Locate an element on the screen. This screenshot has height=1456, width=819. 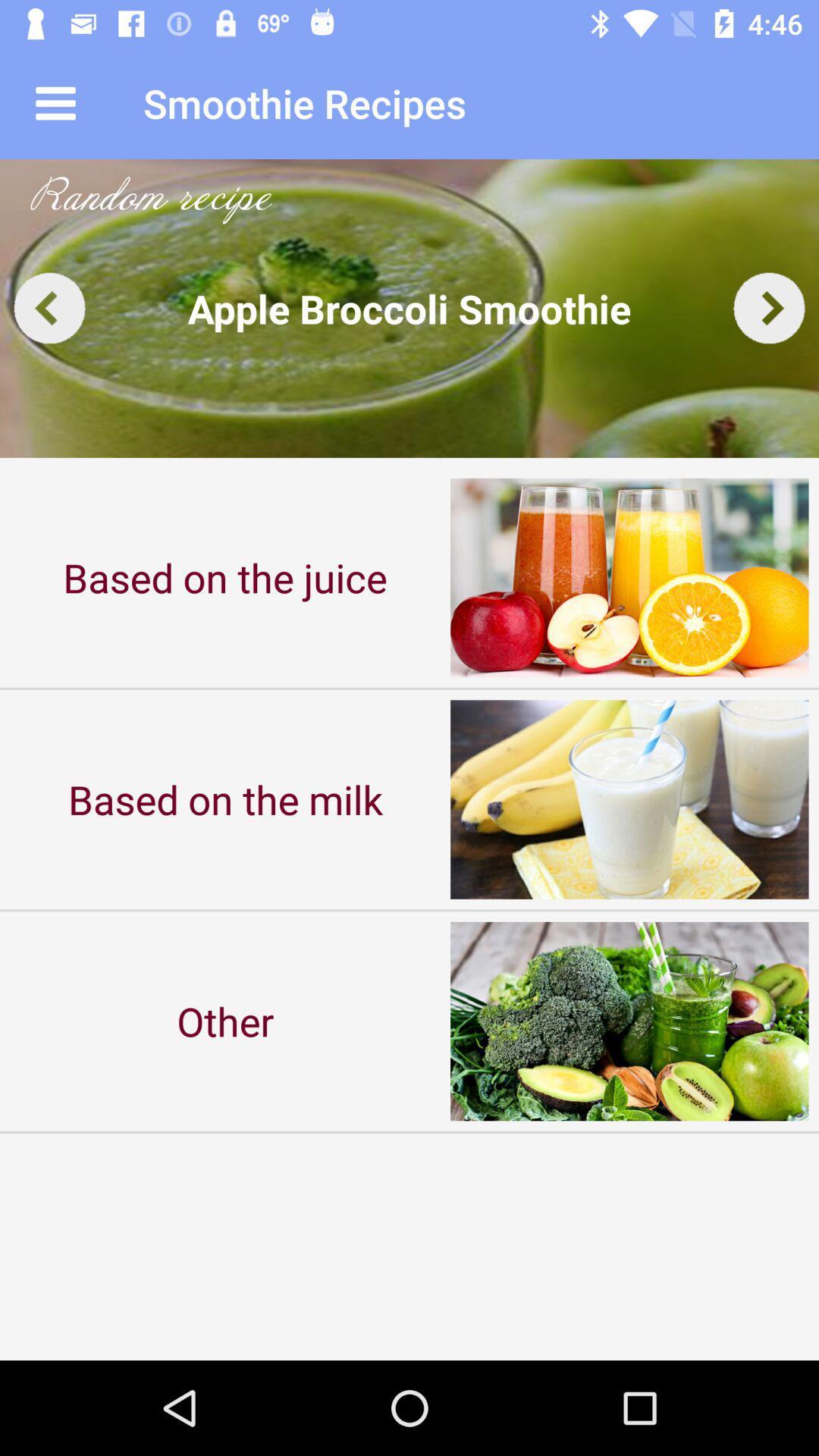
go forward is located at coordinates (769, 307).